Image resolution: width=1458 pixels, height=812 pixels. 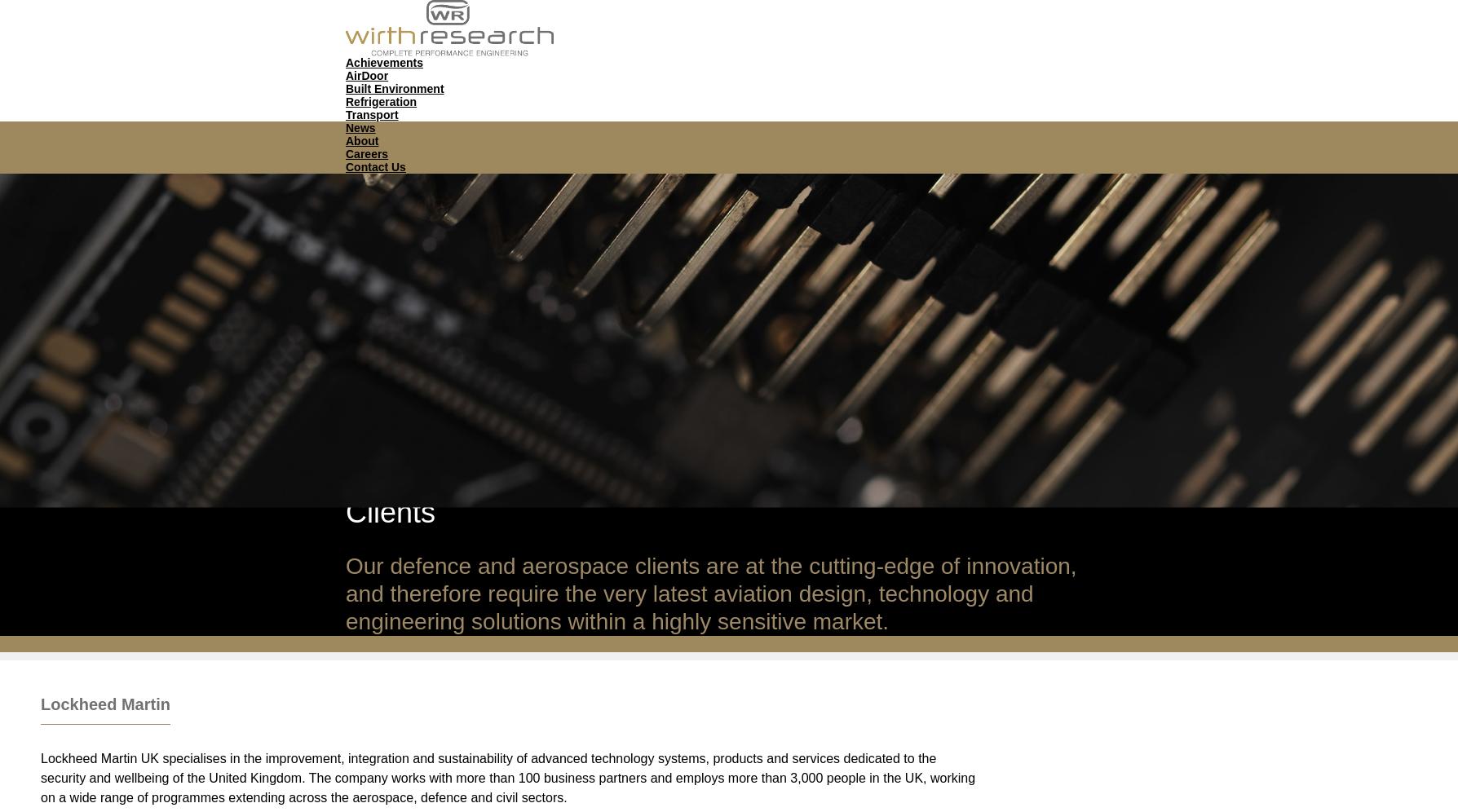 What do you see at coordinates (359, 126) in the screenshot?
I see `'News'` at bounding box center [359, 126].